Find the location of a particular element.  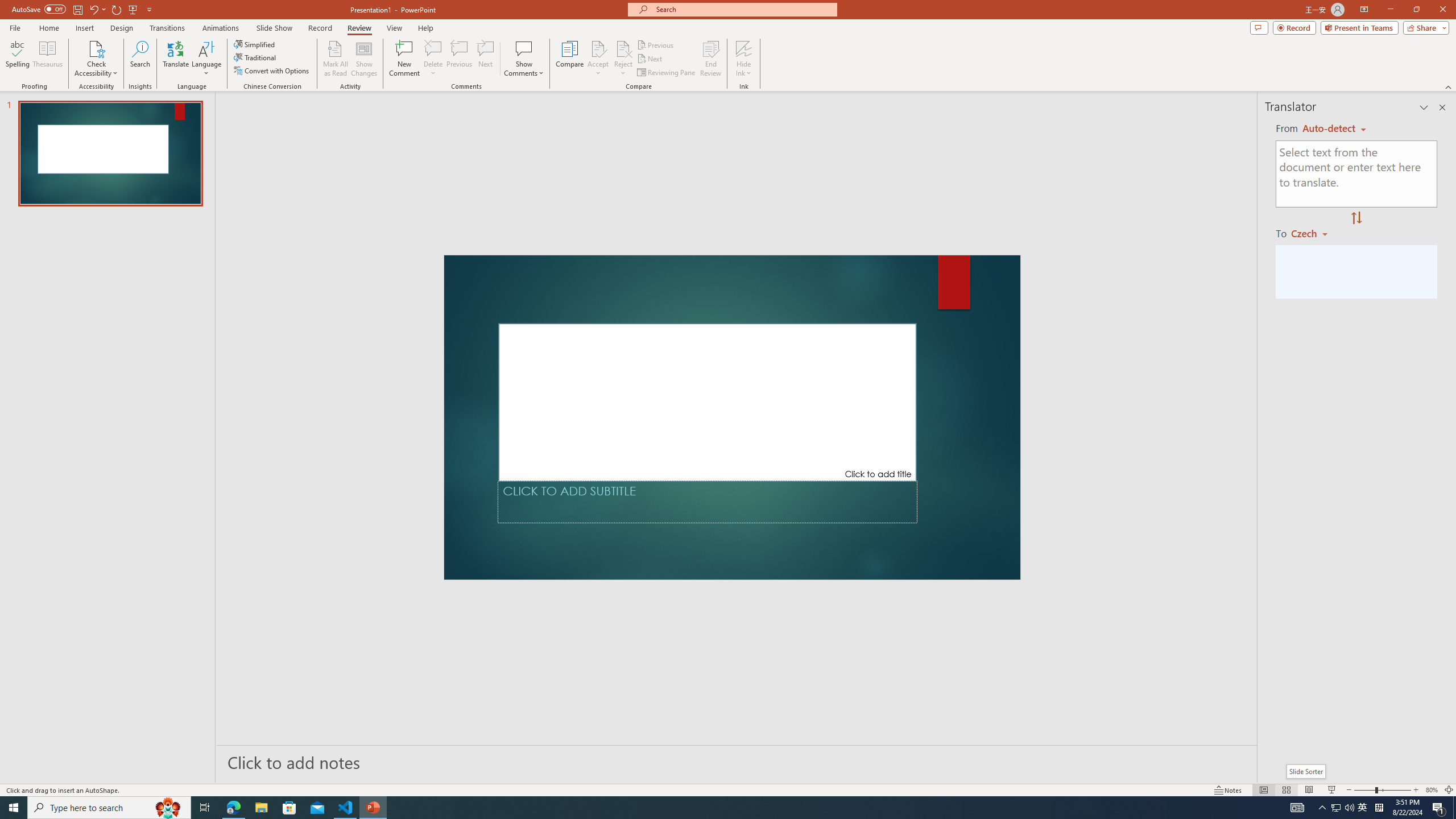

'Title TextBox' is located at coordinates (707, 402).